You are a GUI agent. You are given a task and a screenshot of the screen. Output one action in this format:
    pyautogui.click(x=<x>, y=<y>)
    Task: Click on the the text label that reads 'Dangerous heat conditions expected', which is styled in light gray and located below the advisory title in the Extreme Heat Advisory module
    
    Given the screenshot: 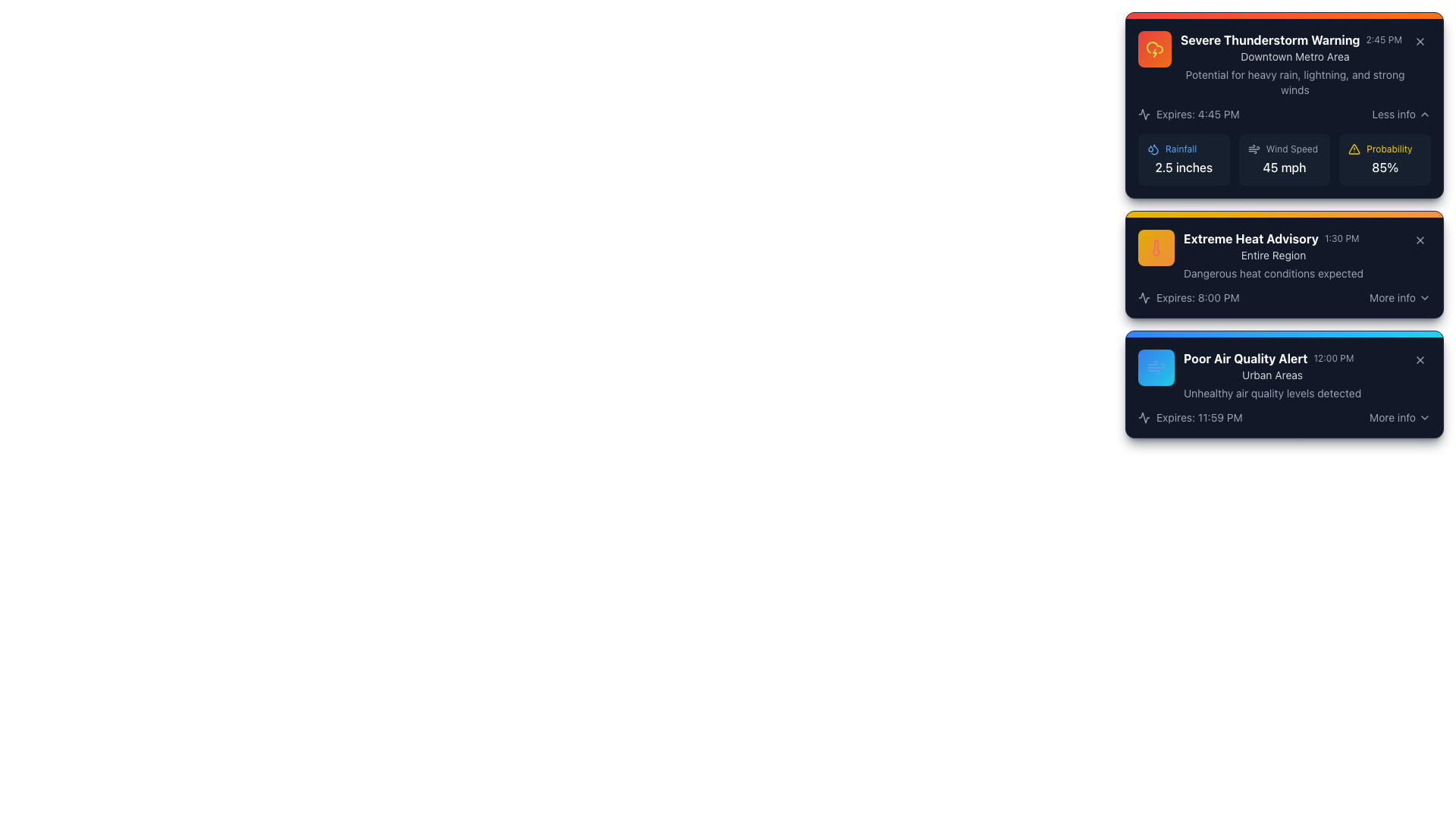 What is the action you would take?
    pyautogui.click(x=1273, y=274)
    